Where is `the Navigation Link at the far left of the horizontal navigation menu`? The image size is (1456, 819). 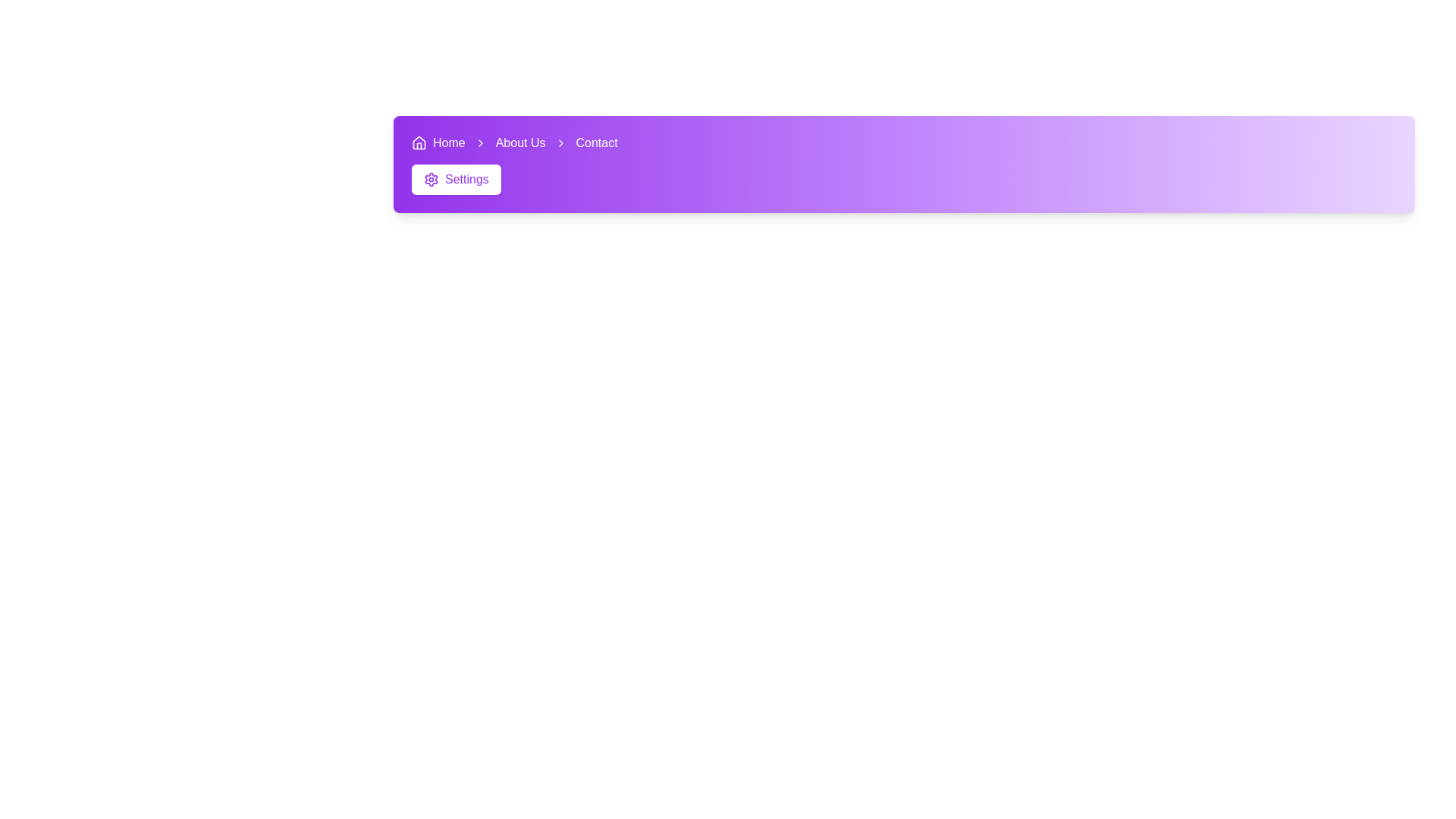 the Navigation Link at the far left of the horizontal navigation menu is located at coordinates (438, 143).